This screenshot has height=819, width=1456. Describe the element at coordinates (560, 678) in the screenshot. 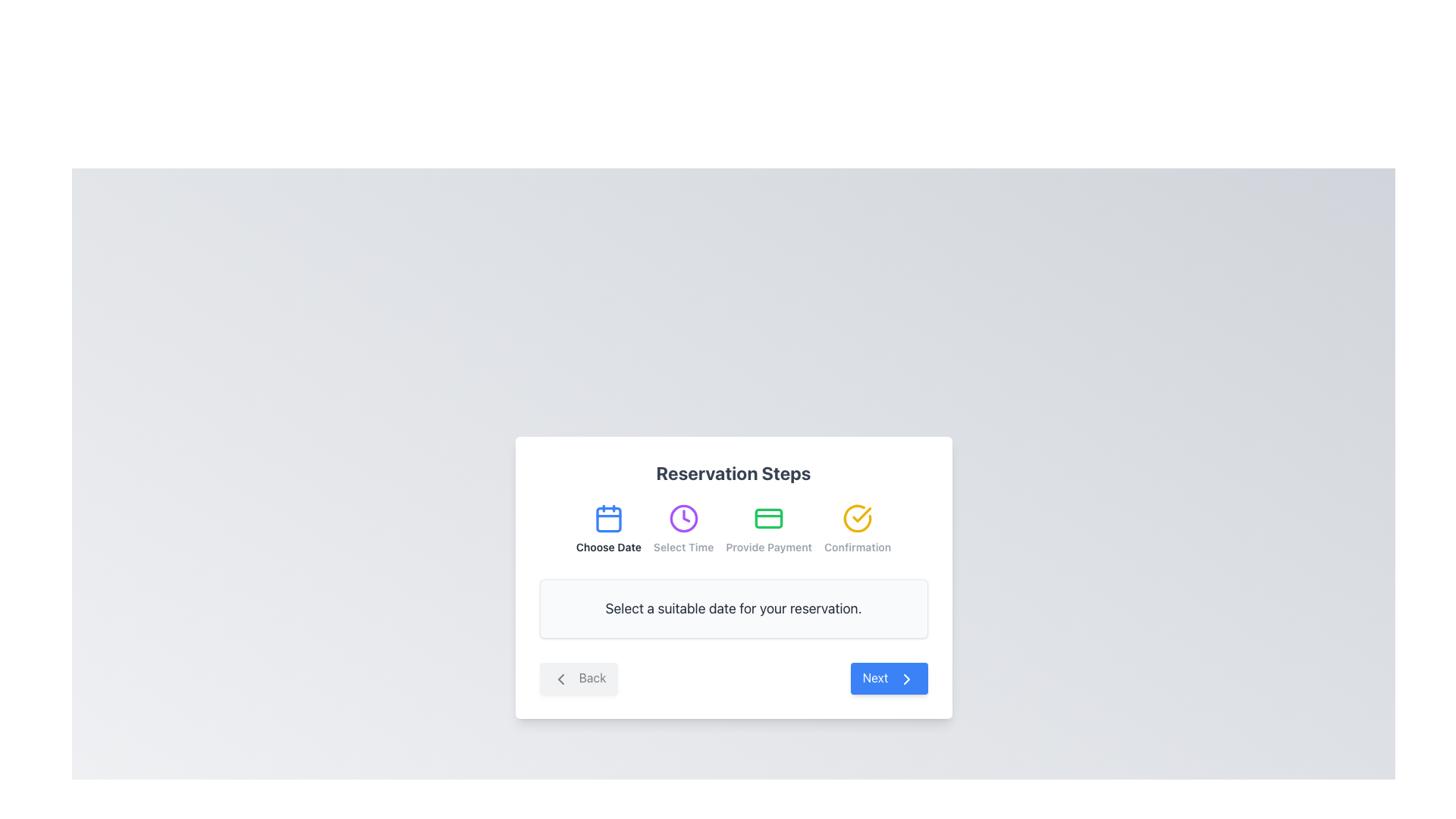

I see `the chevron icon on the left side of the 'Back' button, which serves as a visual cue for navigation` at that location.